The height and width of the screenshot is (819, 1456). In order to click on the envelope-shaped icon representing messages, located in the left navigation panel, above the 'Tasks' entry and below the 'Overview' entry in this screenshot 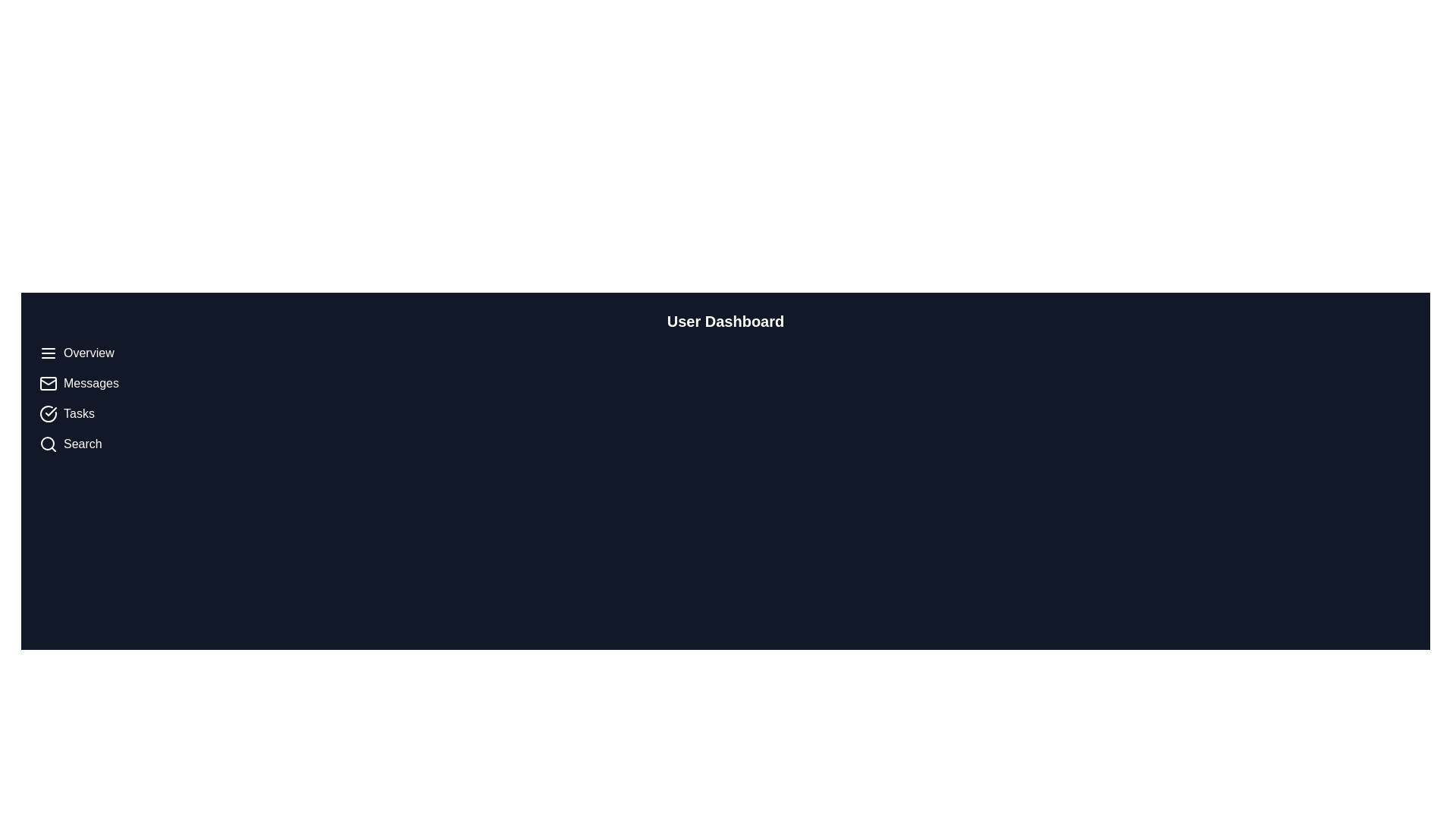, I will do `click(48, 382)`.